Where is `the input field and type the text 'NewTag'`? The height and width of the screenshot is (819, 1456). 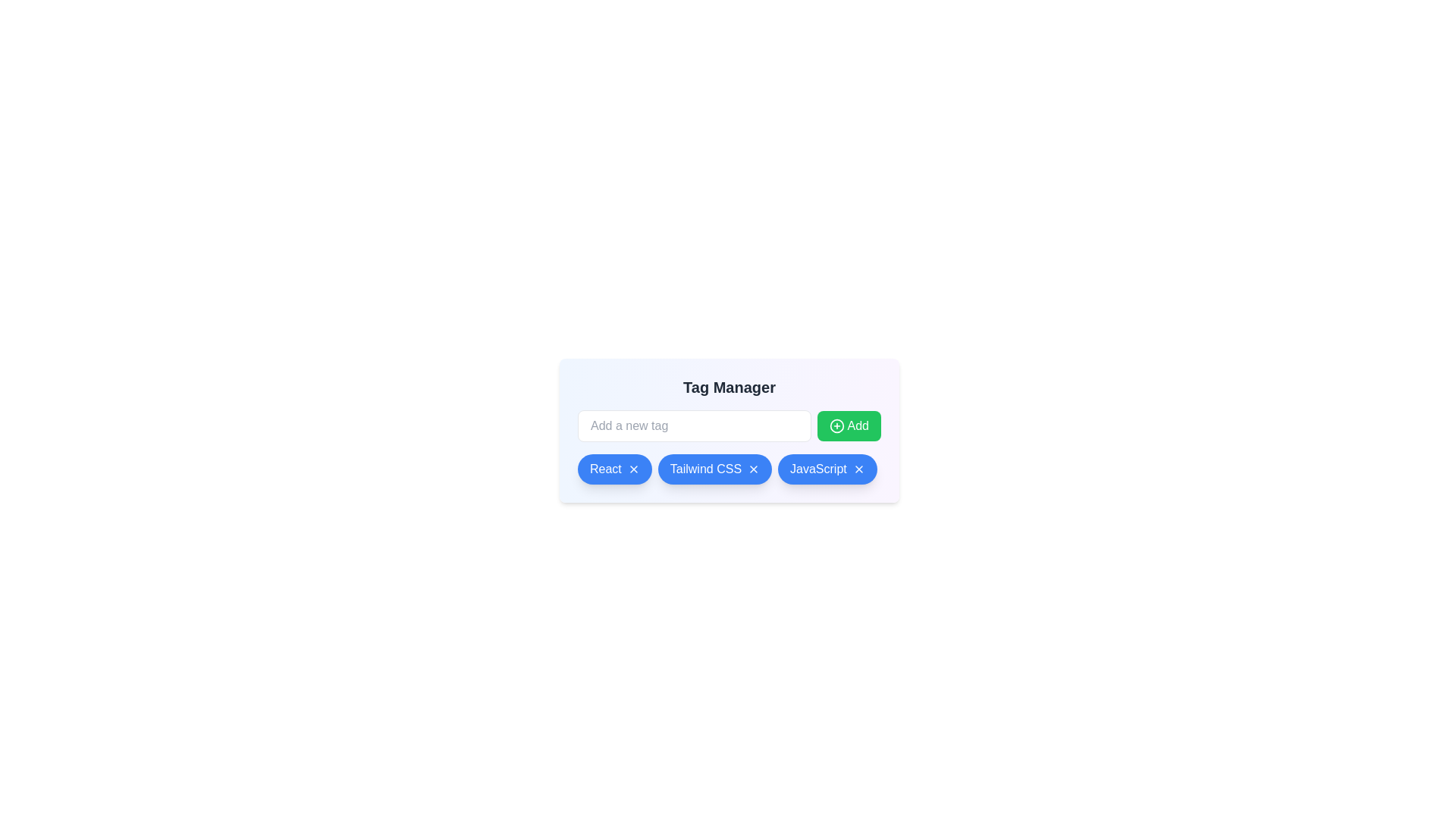
the input field and type the text 'NewTag' is located at coordinates (693, 426).